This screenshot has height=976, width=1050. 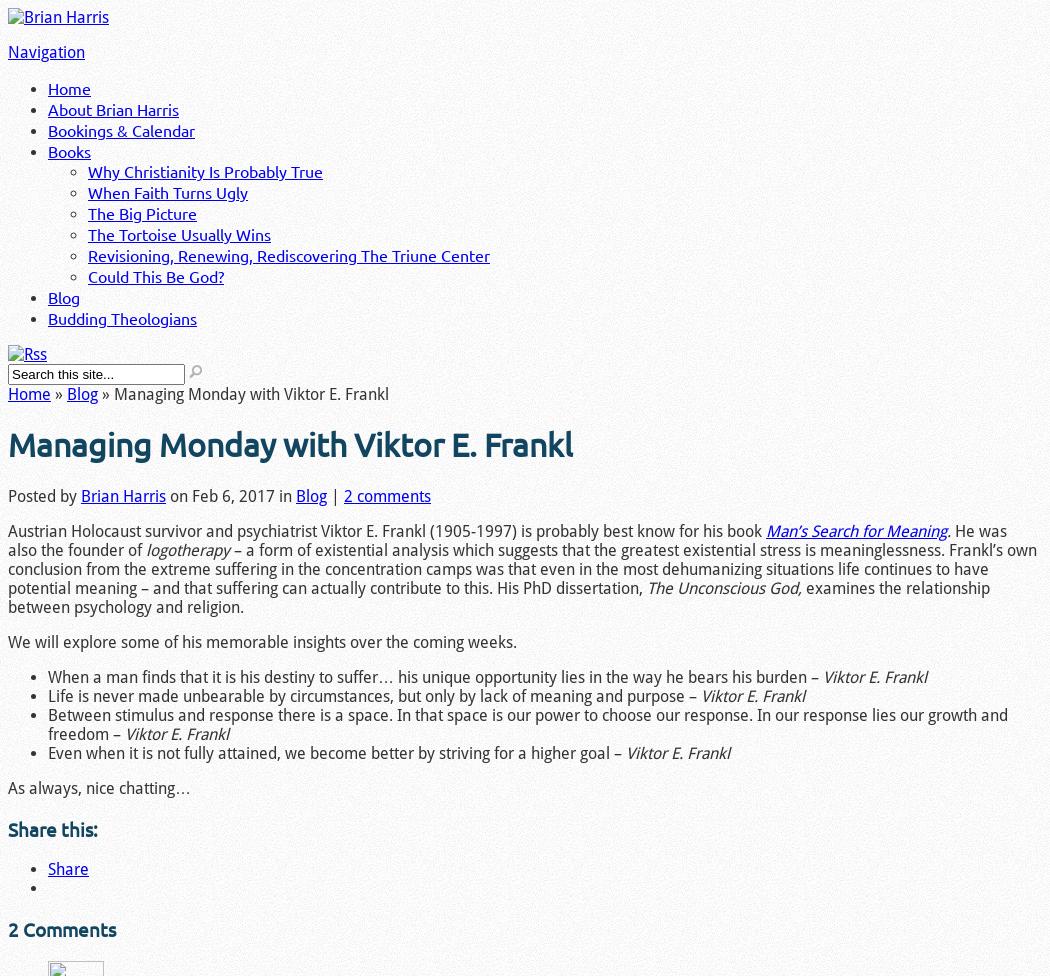 I want to click on 'When a man finds that it is his destiny to suffer… his unique opportunity lies in the way he bears his burden –', so click(x=46, y=675).